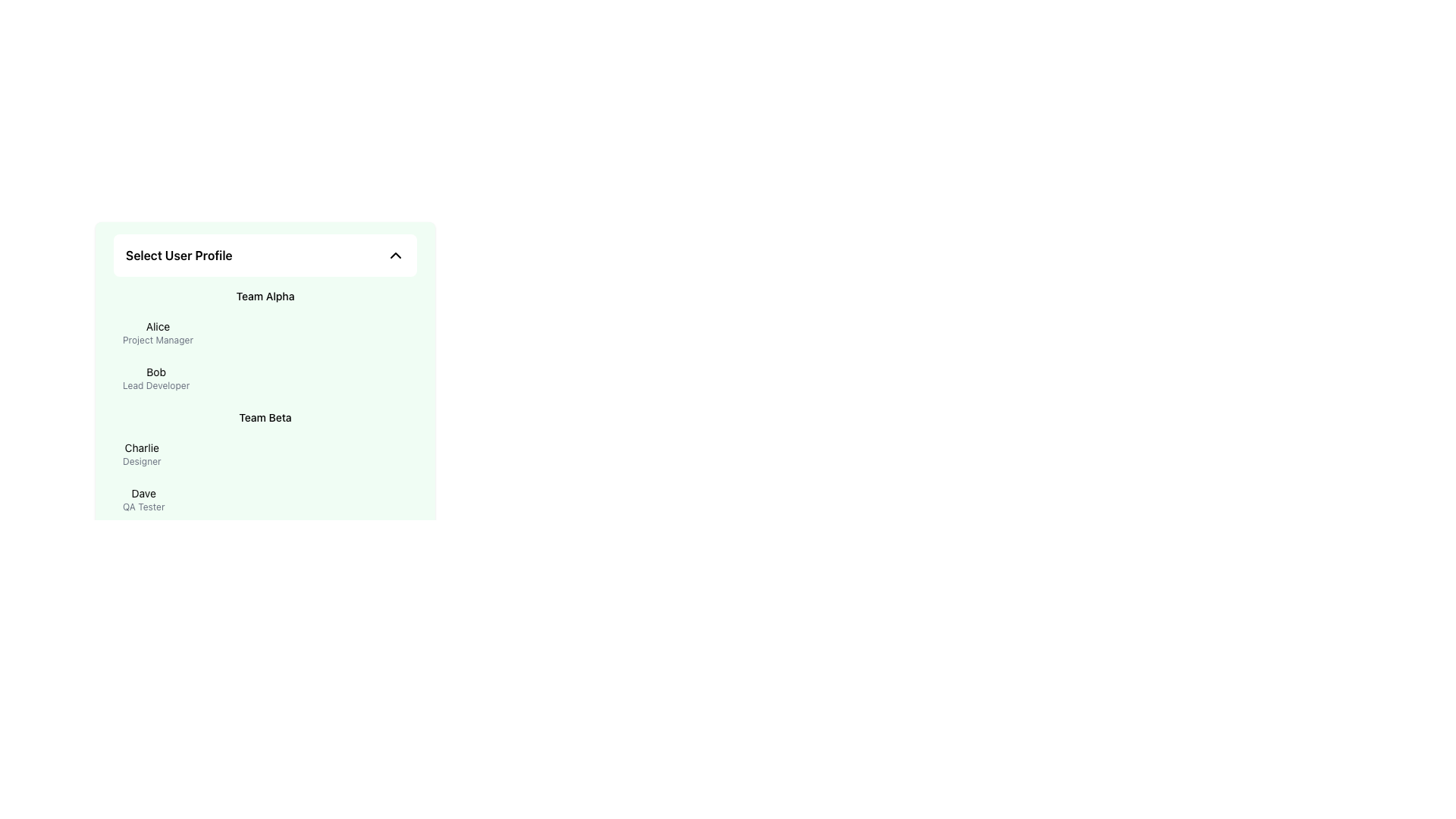 The image size is (1456, 819). I want to click on the text label displaying 'Lead Developer', which is located below the name 'Bob' in the 'Team Alpha' section, so click(156, 385).